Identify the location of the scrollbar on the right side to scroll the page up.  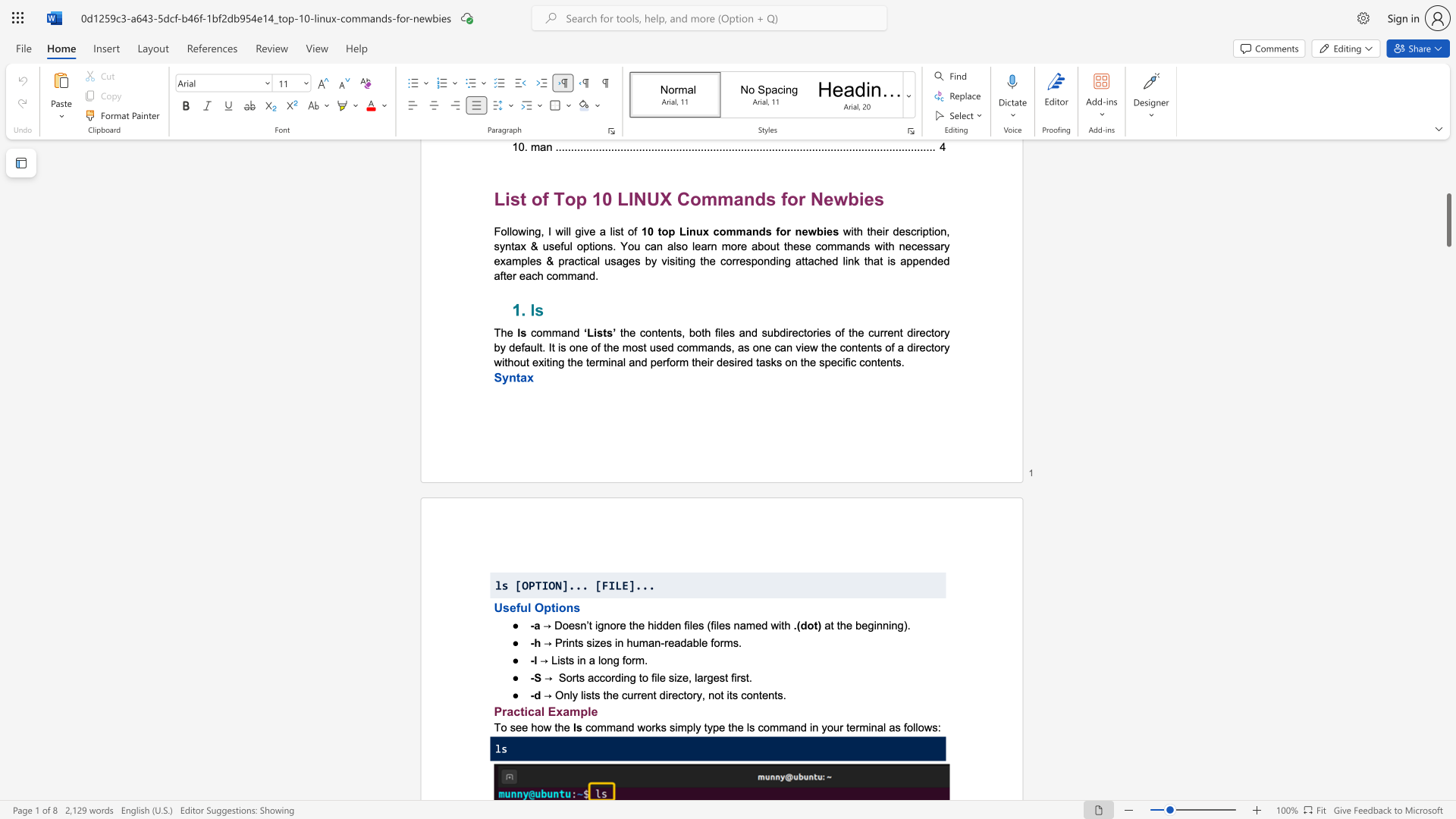
(1448, 265).